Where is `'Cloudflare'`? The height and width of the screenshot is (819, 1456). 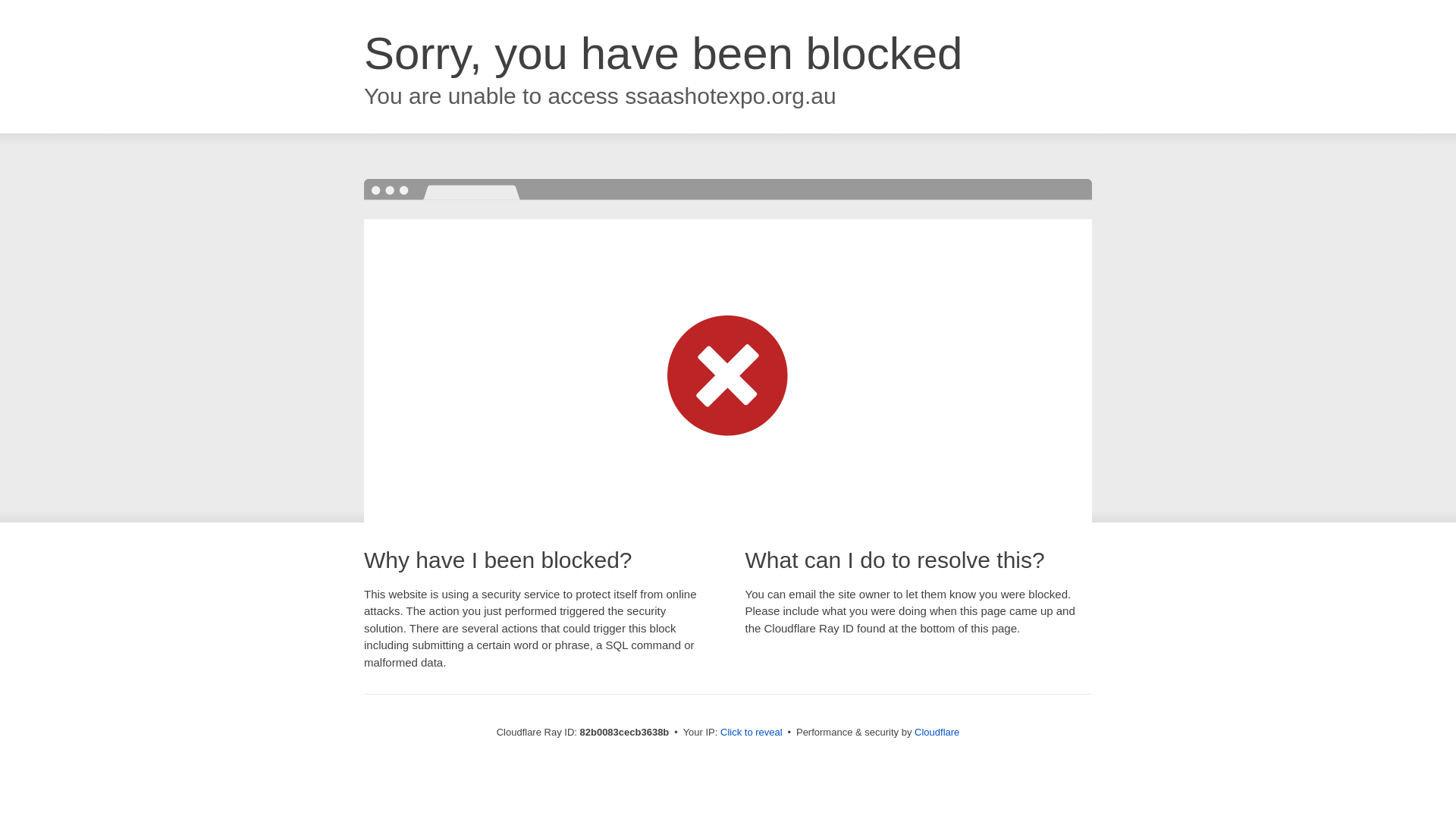 'Cloudflare' is located at coordinates (936, 731).